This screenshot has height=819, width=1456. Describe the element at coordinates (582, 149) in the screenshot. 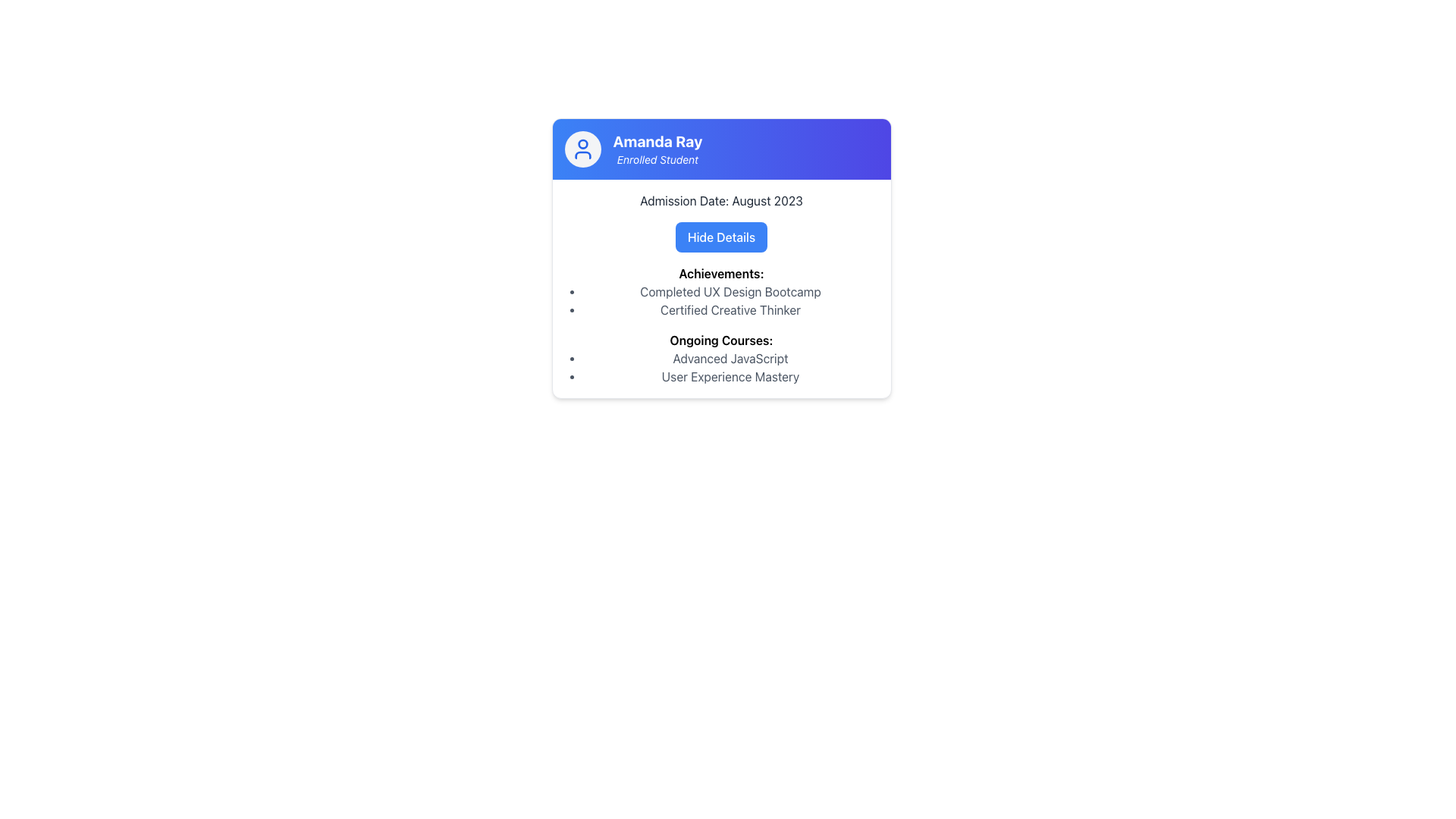

I see `the user profile icon located at the top-left corner next to the textual content 'Amanda Ray' and 'Enrolled Student'` at that location.